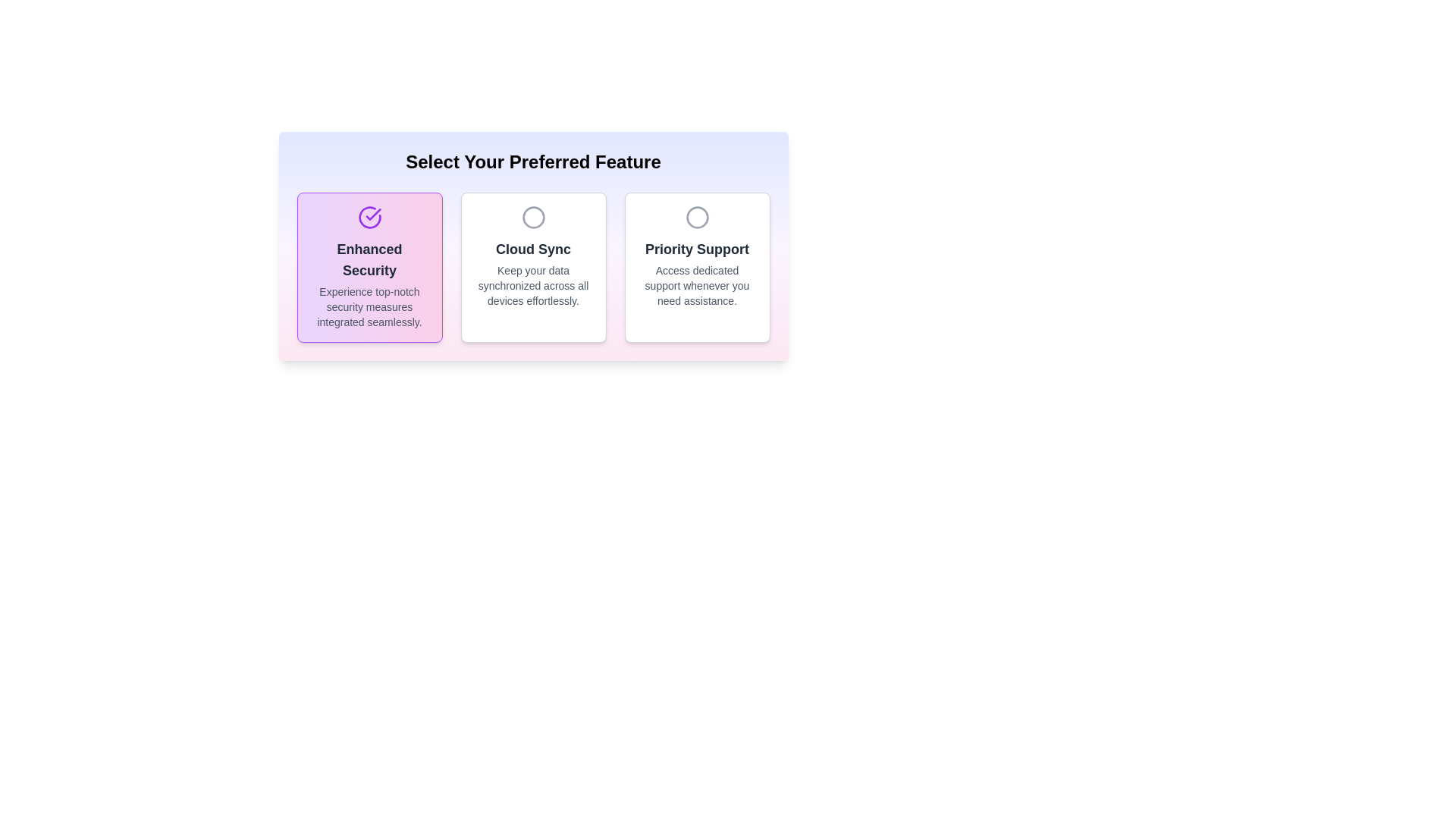  I want to click on the graphic icon for the 'Priority Support' feature, which is located in the last position among the three cards in the row, so click(696, 217).